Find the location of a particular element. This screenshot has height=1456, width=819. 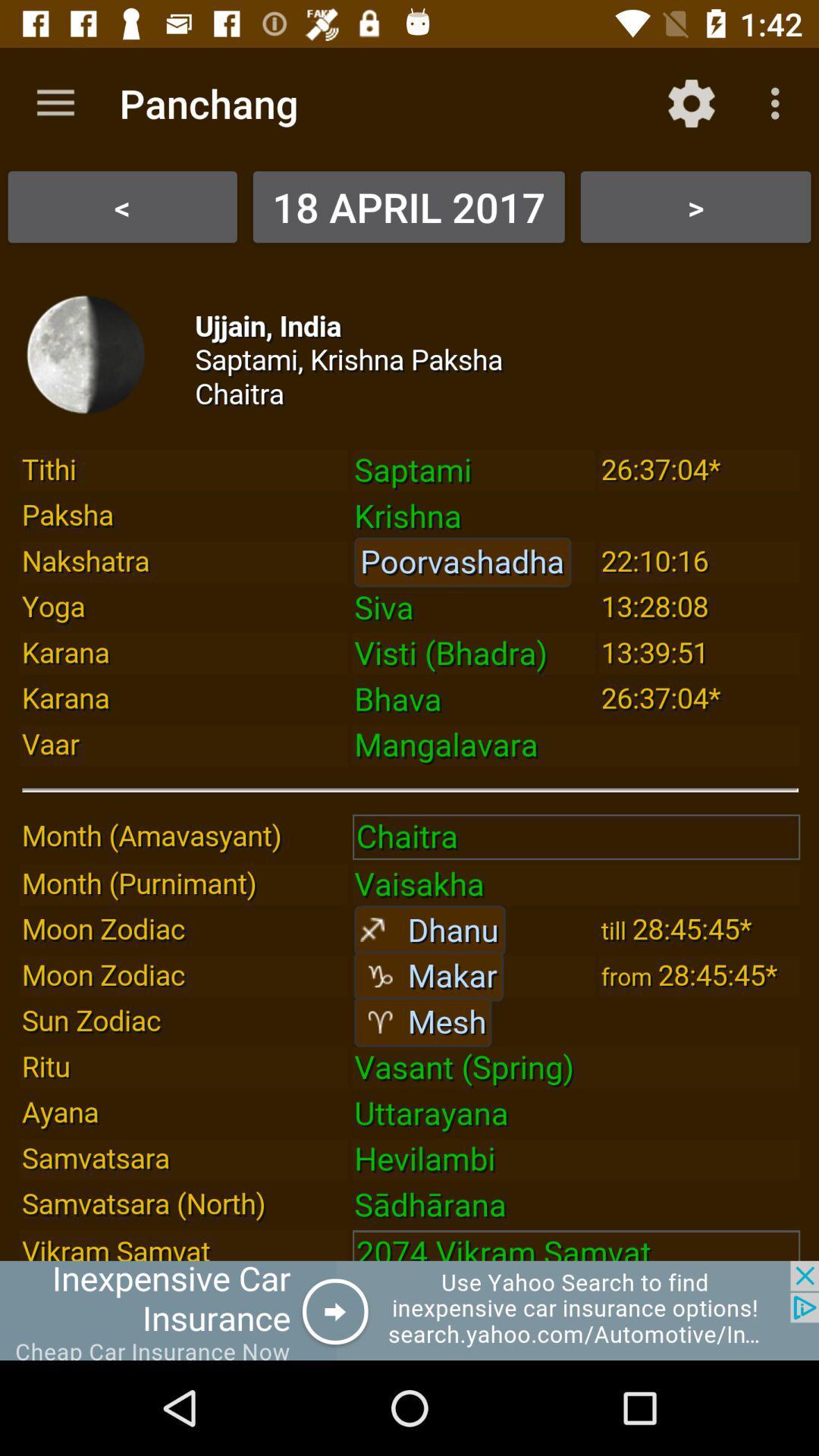

shows details page is located at coordinates (409, 758).